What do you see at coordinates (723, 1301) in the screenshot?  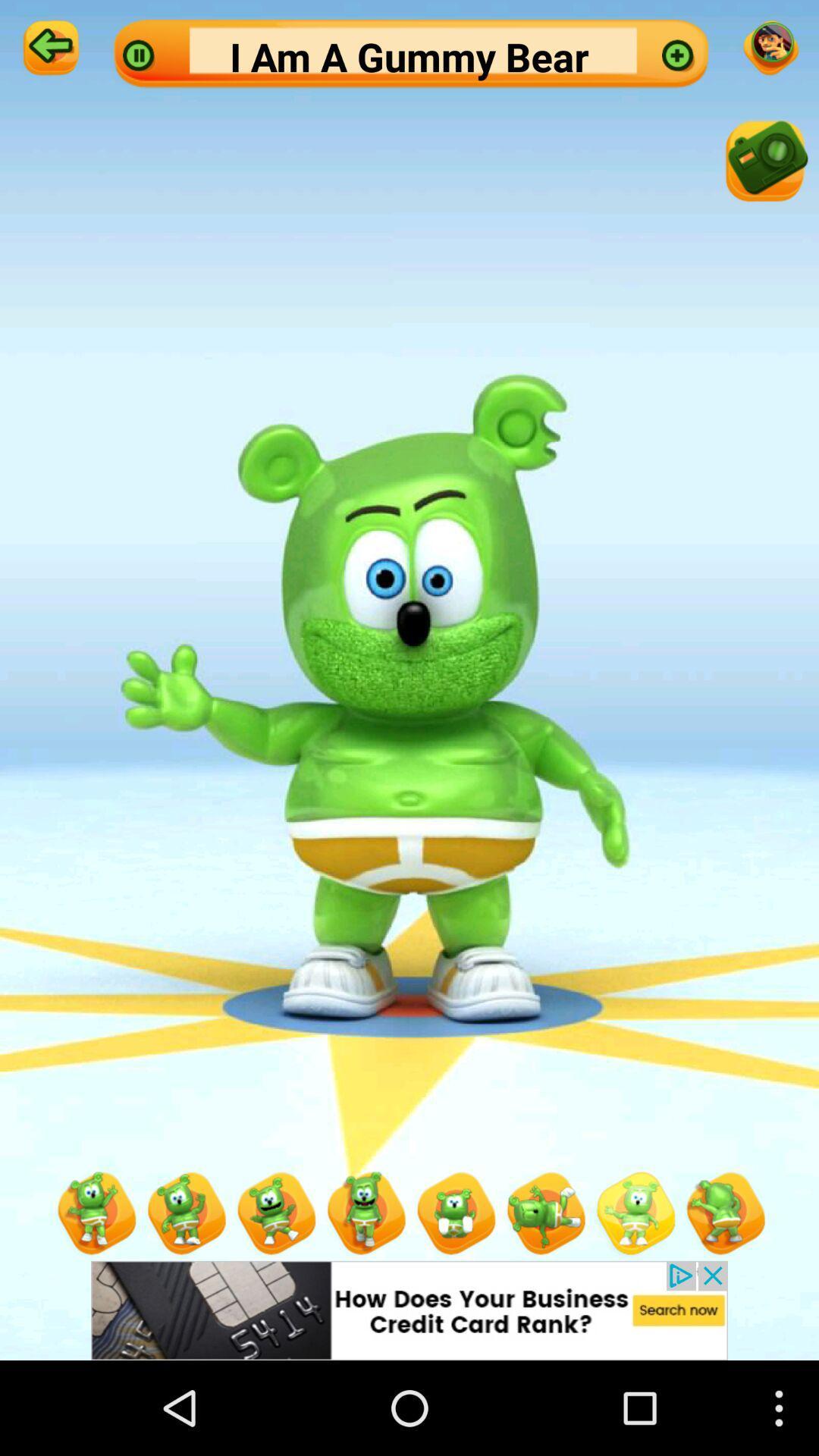 I see `the avatar icon` at bounding box center [723, 1301].